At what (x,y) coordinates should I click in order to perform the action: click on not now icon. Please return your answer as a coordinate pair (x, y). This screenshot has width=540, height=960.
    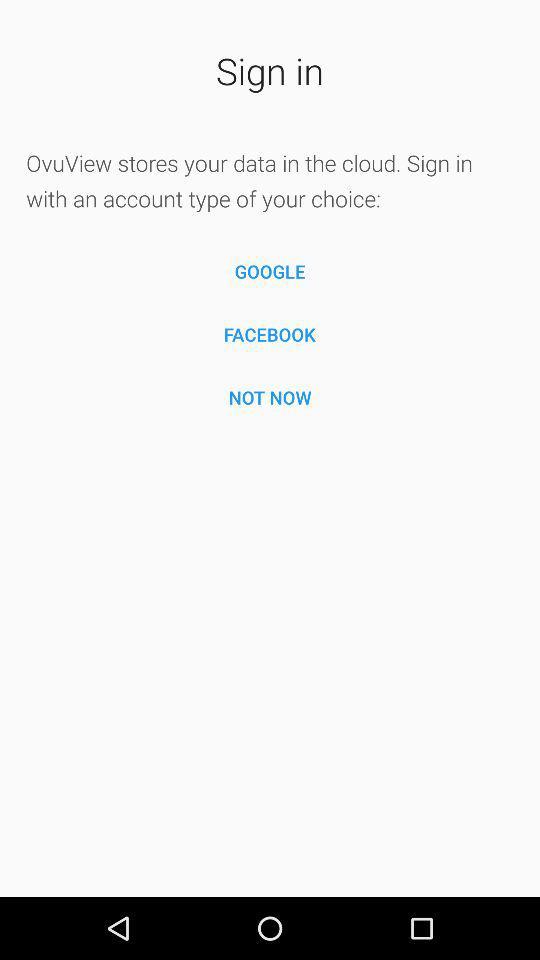
    Looking at the image, I should click on (270, 396).